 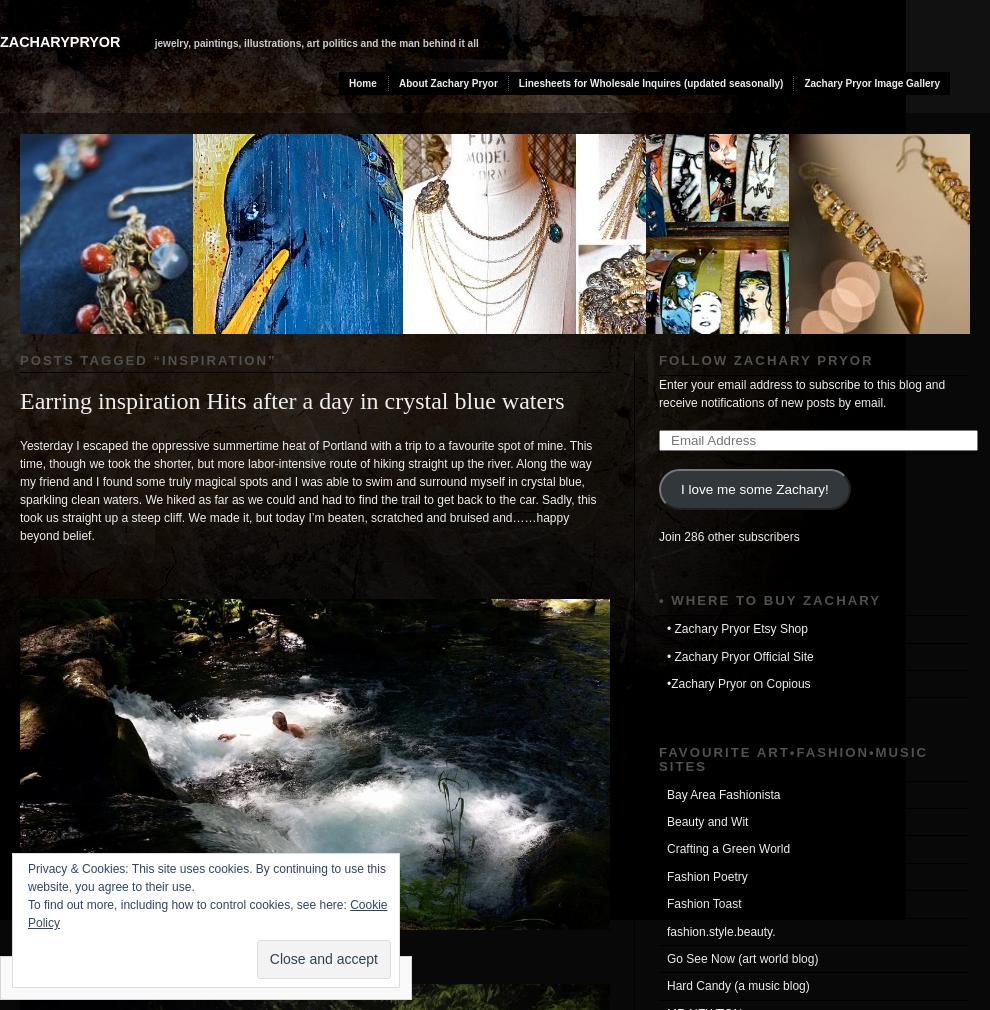 What do you see at coordinates (327, 978) in the screenshot?
I see `'Follow'` at bounding box center [327, 978].